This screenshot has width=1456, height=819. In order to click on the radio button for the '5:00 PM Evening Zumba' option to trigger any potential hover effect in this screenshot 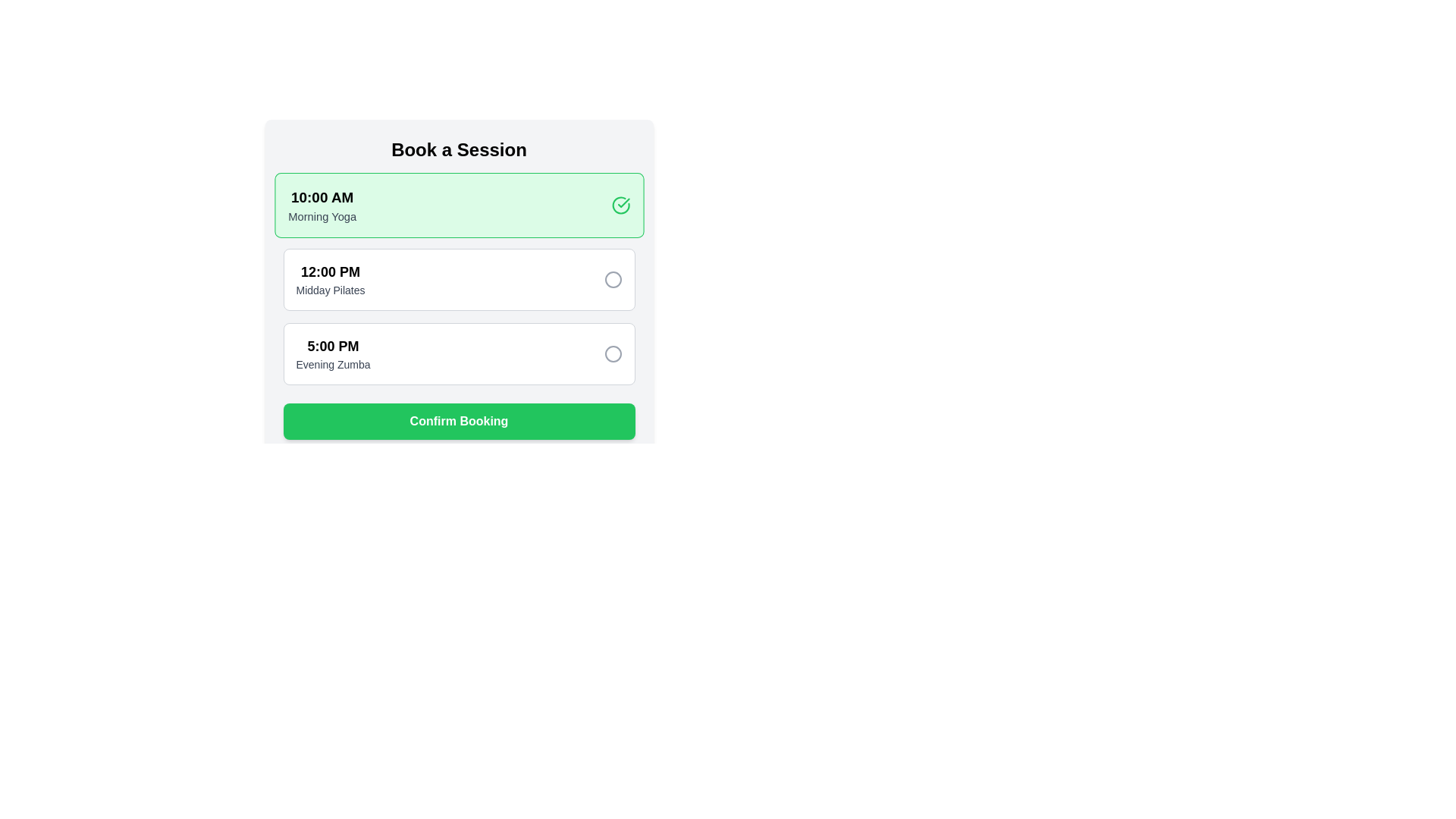, I will do `click(613, 353)`.